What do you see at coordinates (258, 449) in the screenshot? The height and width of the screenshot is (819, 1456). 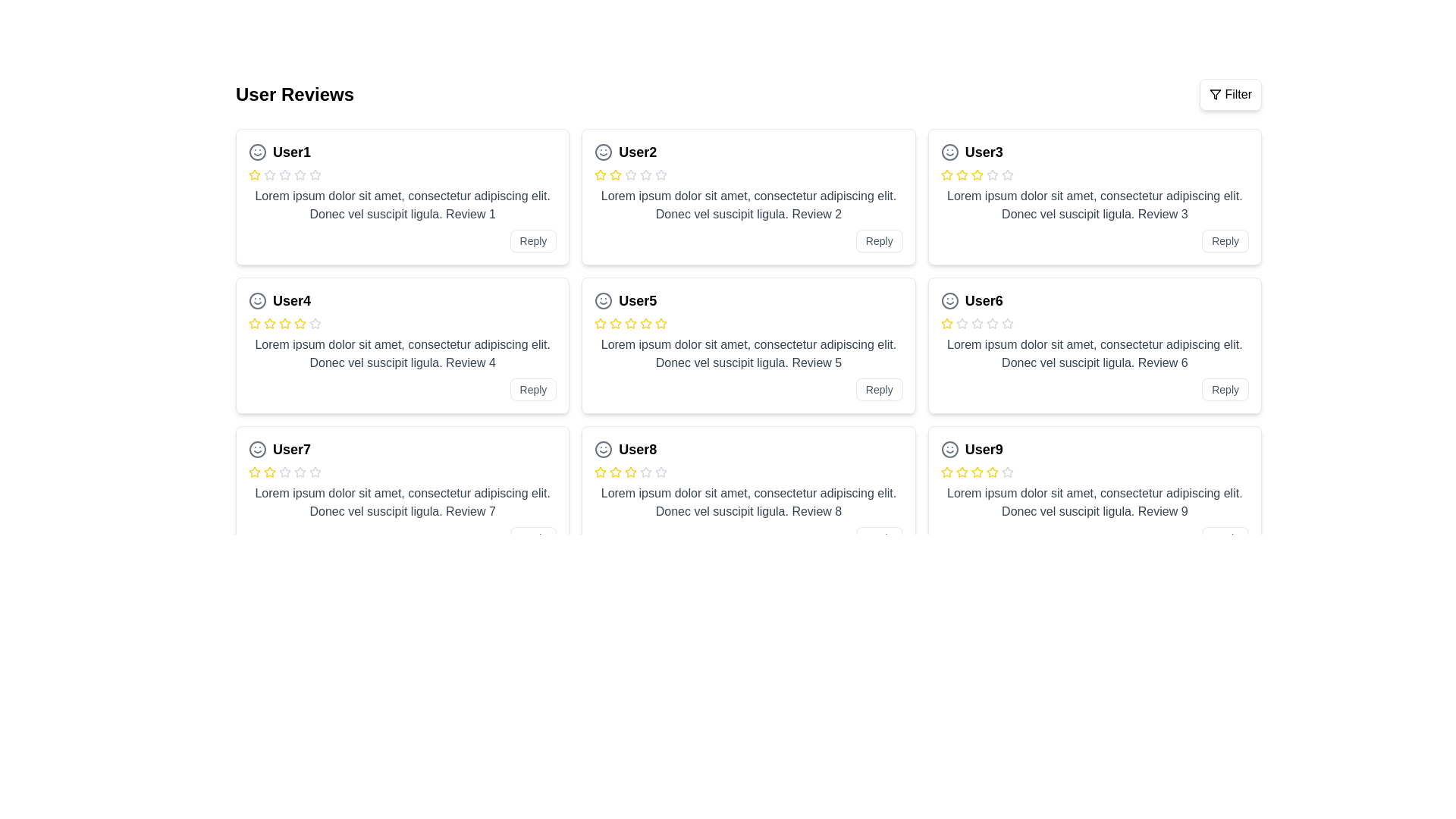 I see `the decorative smiley face vector graphic icon located to the left of the user information for 'User7' in the card's header` at bounding box center [258, 449].